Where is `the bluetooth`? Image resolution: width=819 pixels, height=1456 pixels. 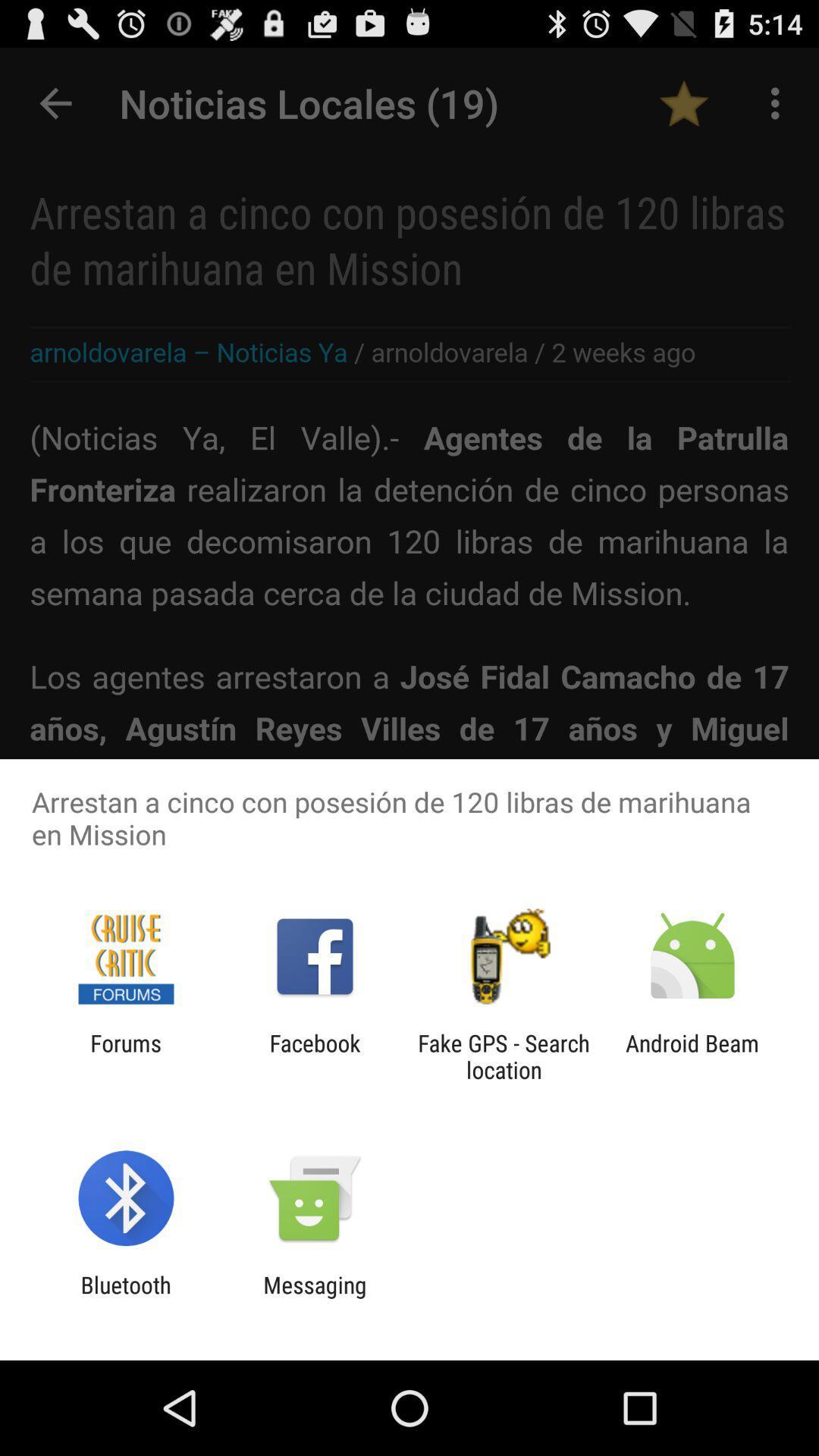 the bluetooth is located at coordinates (125, 1298).